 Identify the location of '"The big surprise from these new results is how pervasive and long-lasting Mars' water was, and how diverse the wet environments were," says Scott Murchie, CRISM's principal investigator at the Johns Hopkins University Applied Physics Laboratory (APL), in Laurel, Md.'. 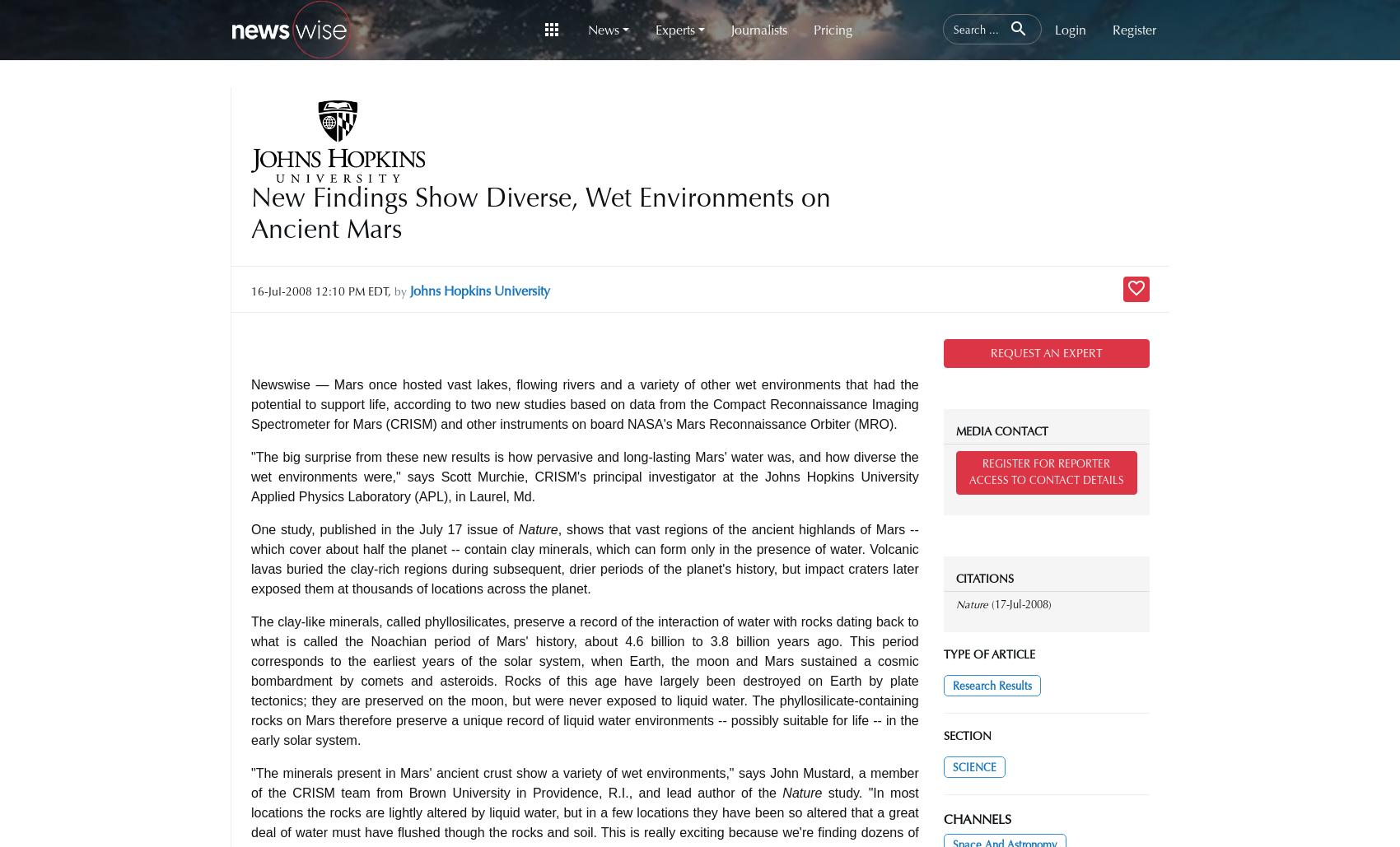
(250, 475).